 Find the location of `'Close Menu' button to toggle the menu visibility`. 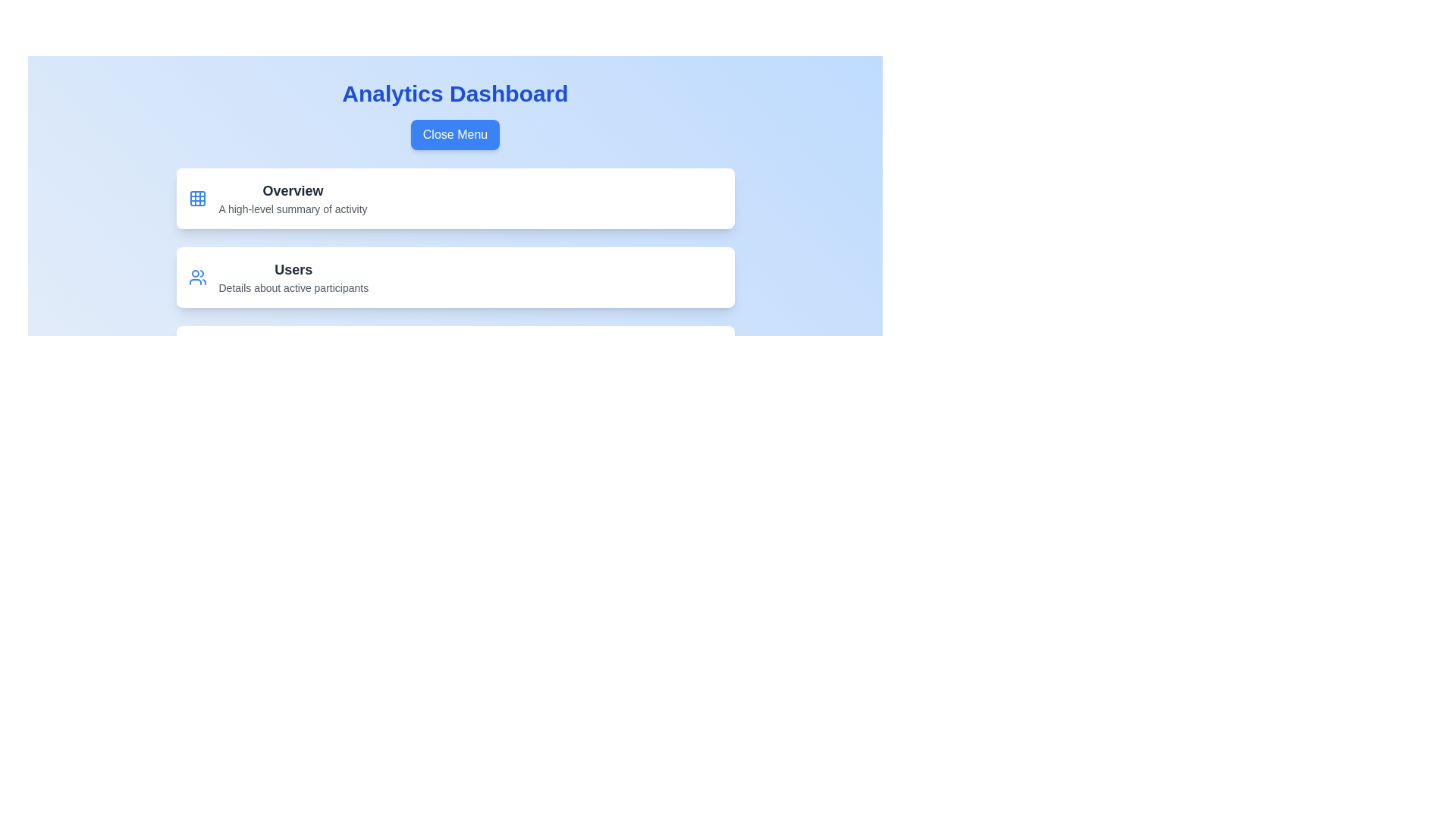

'Close Menu' button to toggle the menu visibility is located at coordinates (454, 133).